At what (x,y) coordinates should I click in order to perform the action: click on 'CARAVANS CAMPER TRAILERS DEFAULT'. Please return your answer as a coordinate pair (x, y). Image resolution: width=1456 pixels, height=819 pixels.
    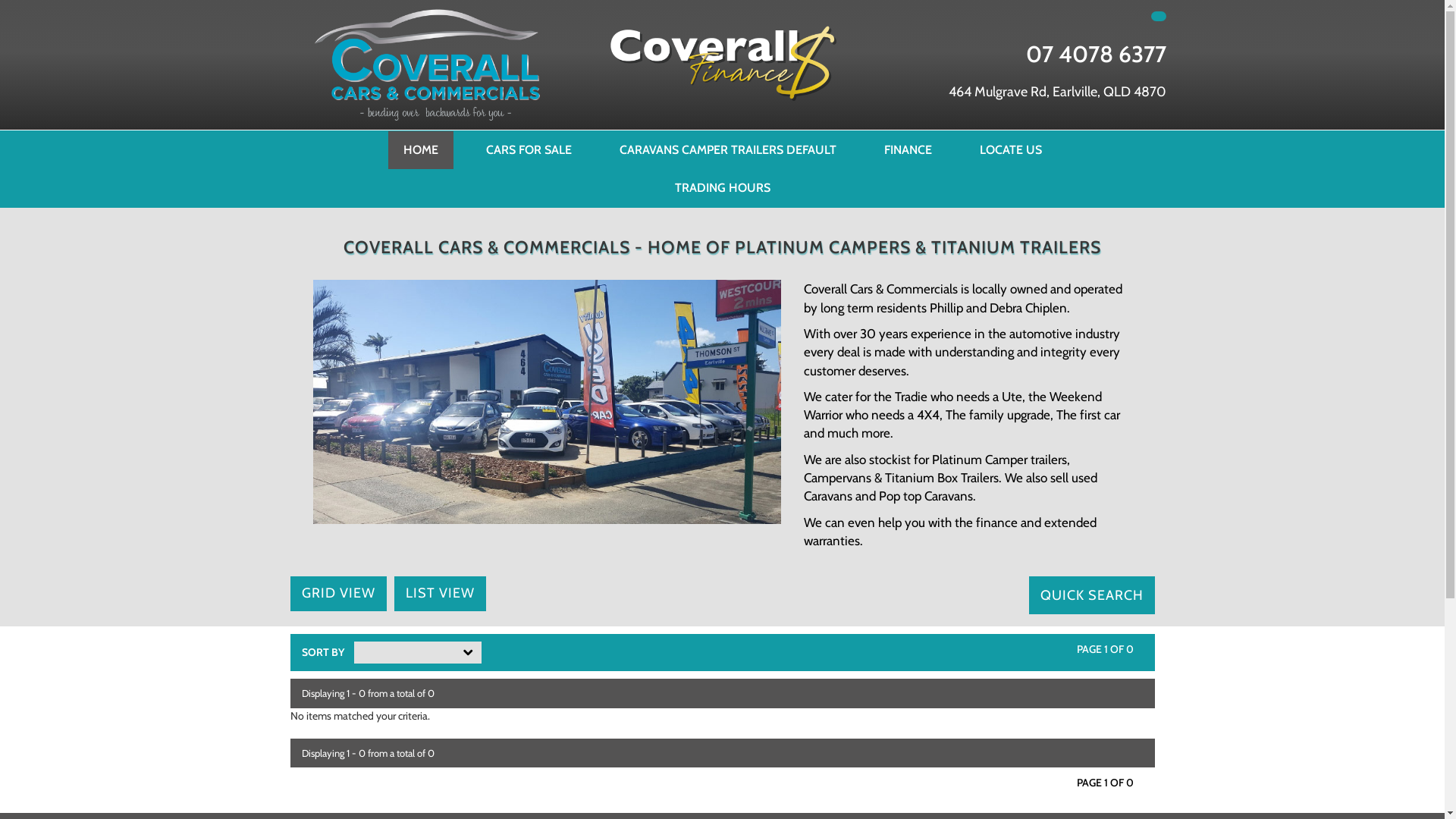
    Looking at the image, I should click on (726, 149).